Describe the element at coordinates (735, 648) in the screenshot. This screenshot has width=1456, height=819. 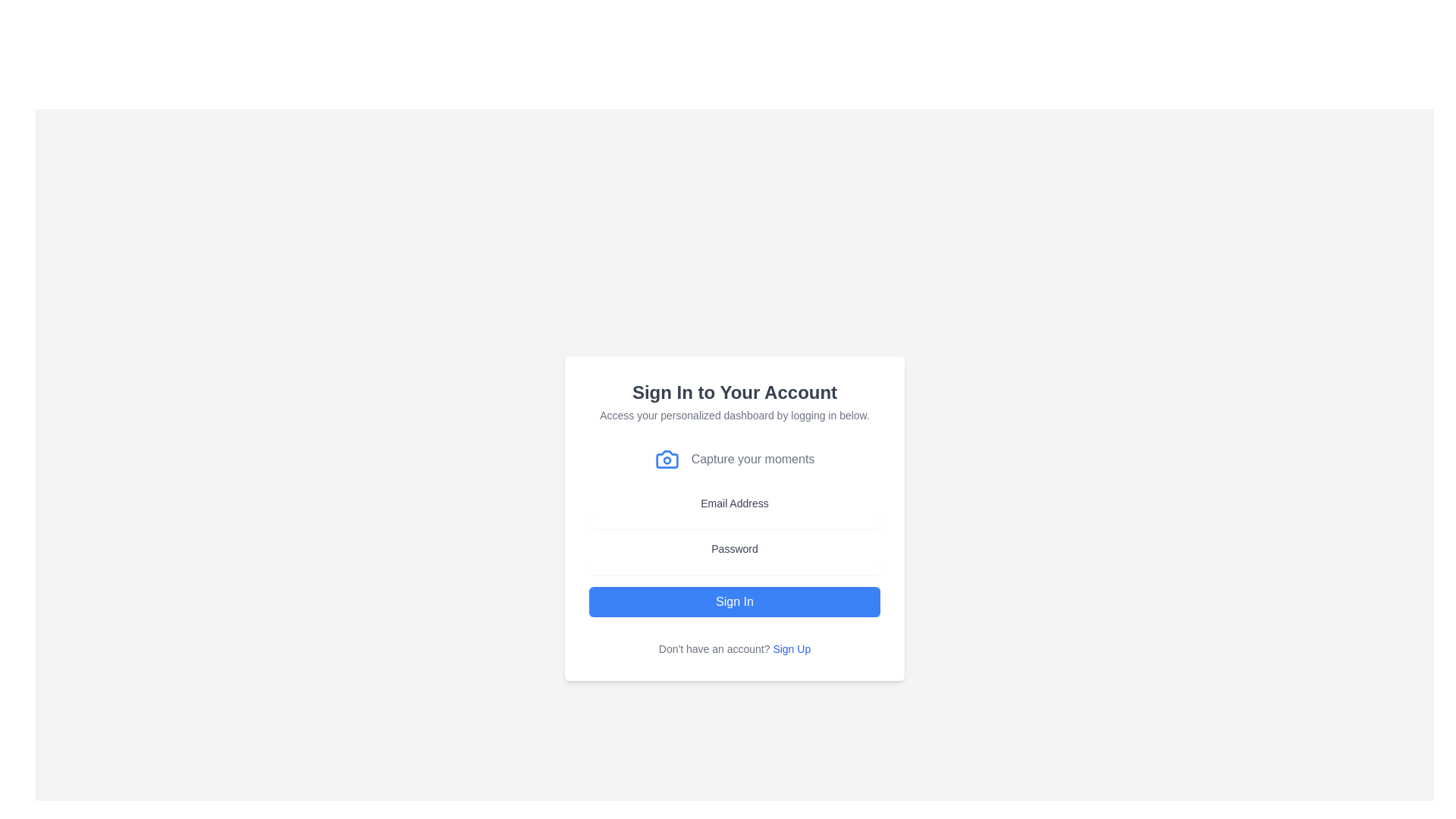
I see `the 'Sign Up' text link at the bottom of the card to trigger the underline styling effect` at that location.